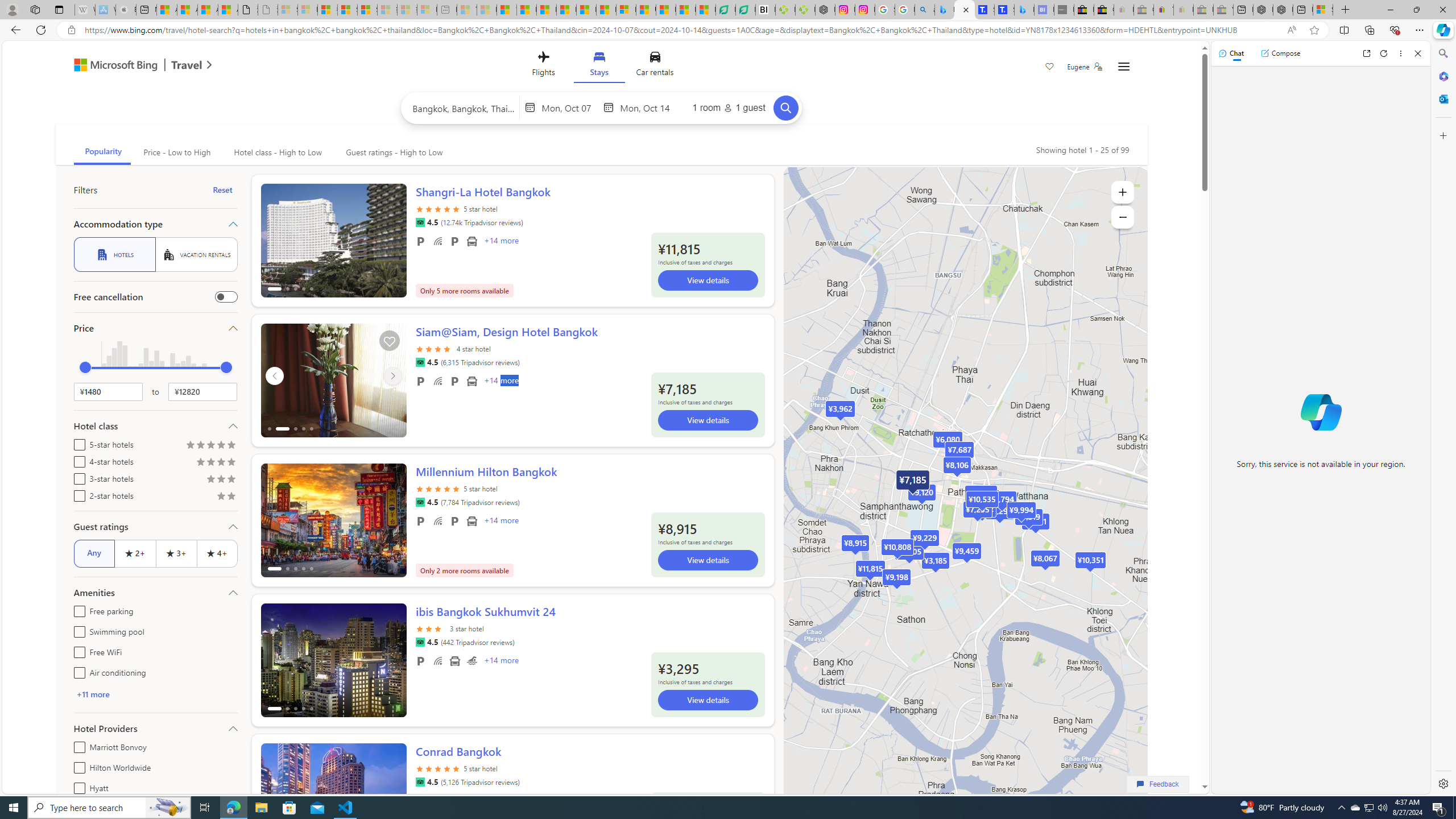 The image size is (1456, 819). What do you see at coordinates (1122, 216) in the screenshot?
I see `'Zoom out'` at bounding box center [1122, 216].